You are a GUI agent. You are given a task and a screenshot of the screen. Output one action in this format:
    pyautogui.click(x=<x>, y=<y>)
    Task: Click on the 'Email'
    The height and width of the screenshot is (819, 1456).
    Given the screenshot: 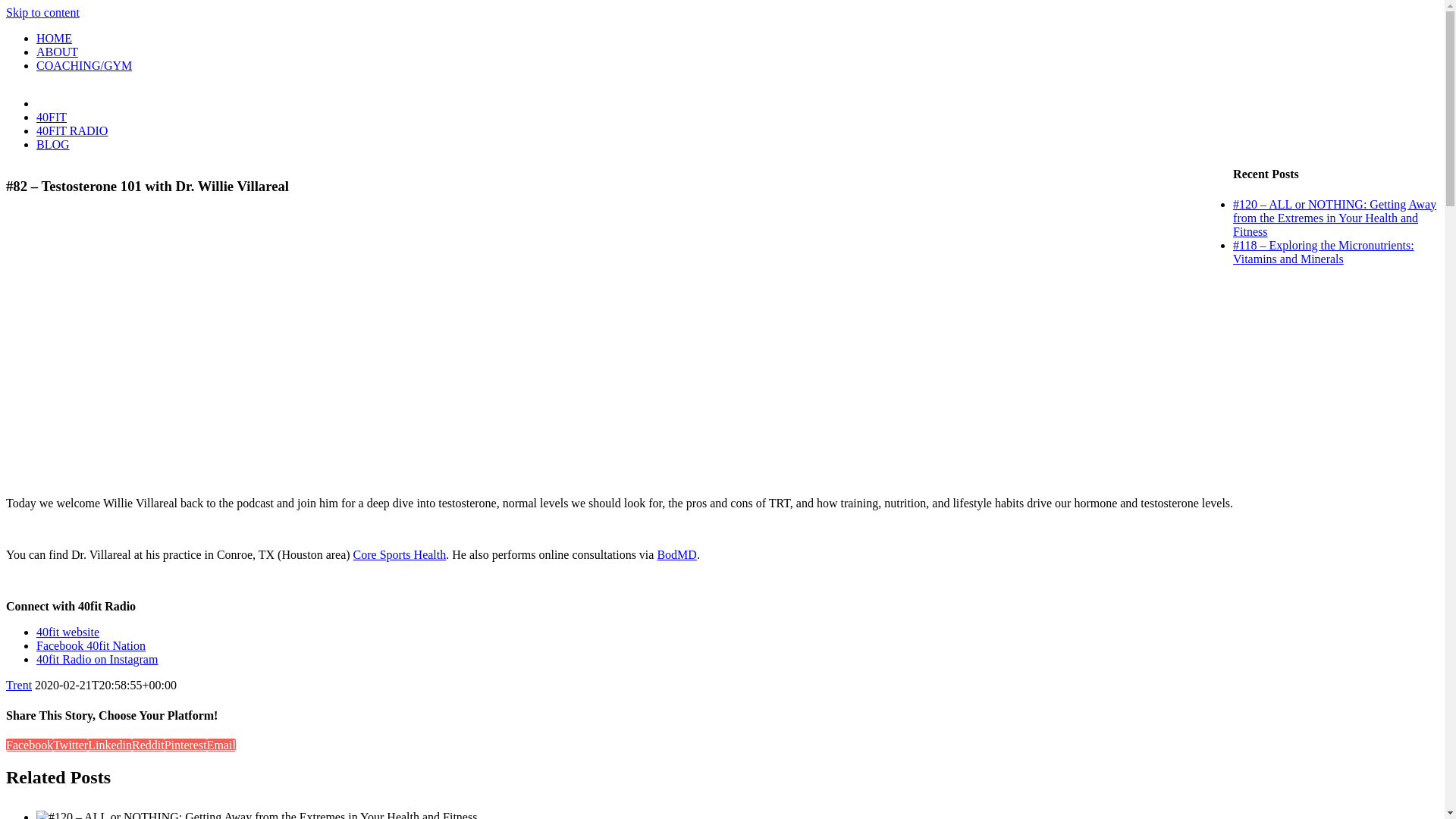 What is the action you would take?
    pyautogui.click(x=206, y=744)
    